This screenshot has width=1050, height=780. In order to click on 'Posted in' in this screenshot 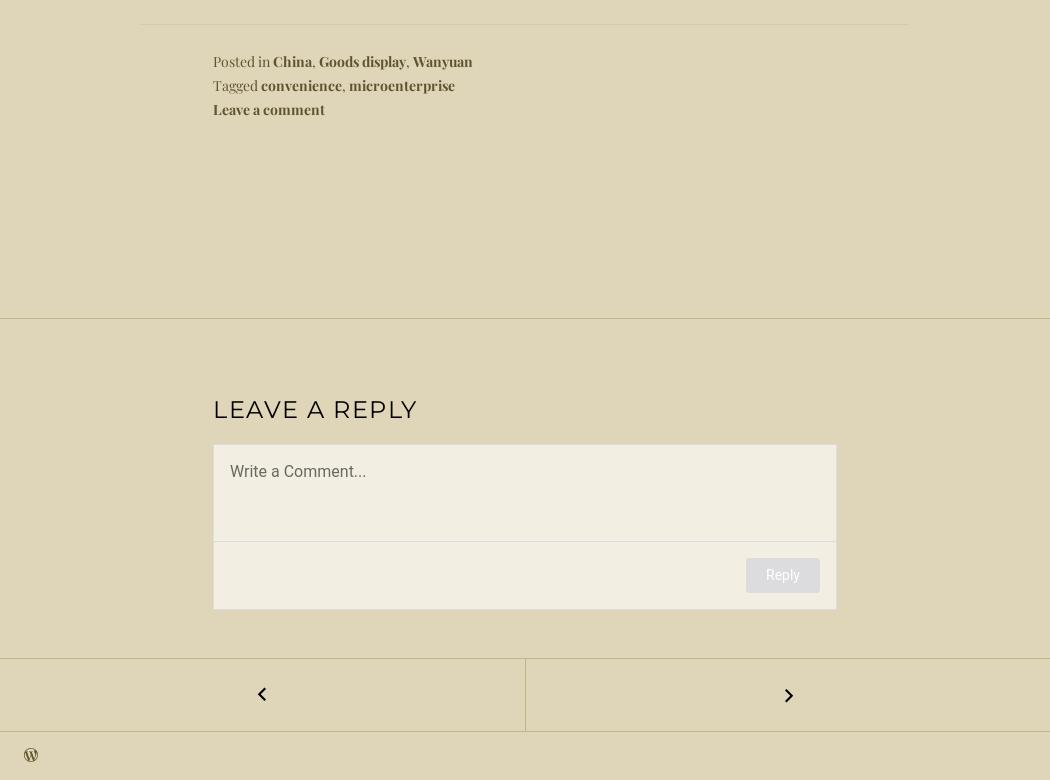, I will do `click(242, 61)`.